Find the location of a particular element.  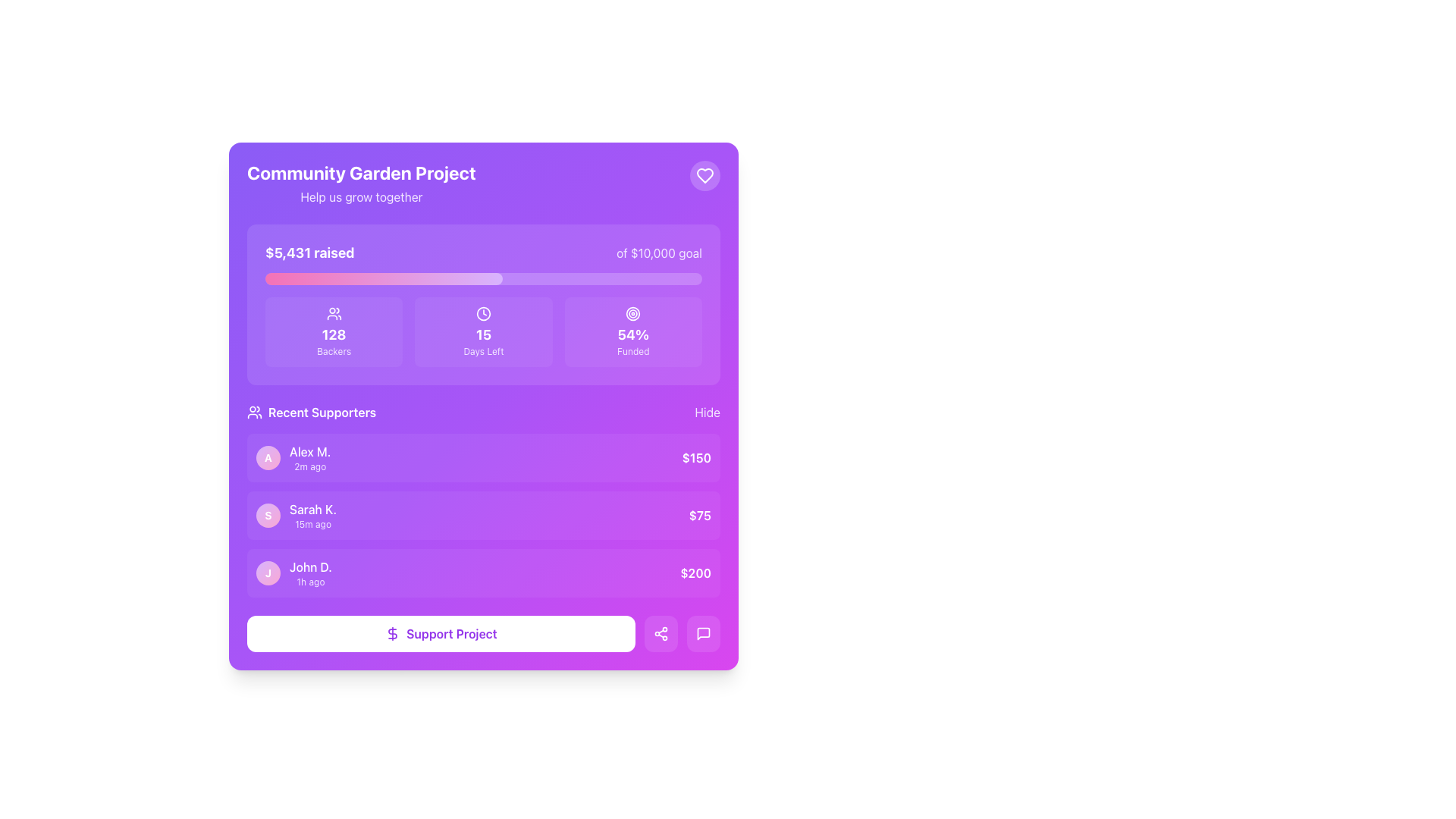

the heart icon, which is styled with a white stroke on a vibrant purple circular background, located in the top-right corner of the card-like section is located at coordinates (704, 174).